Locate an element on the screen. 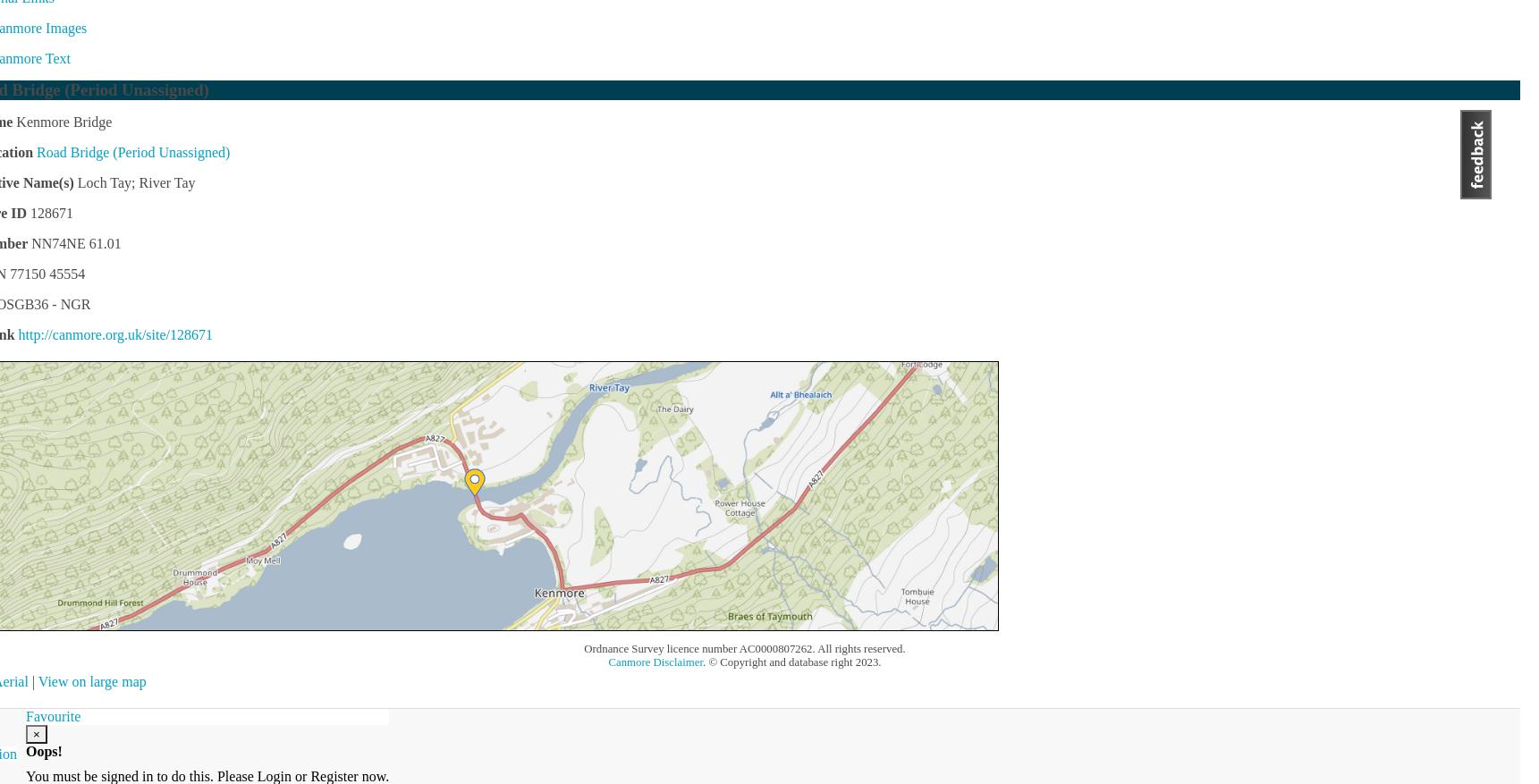 The image size is (1539, 784). 'Favourite' is located at coordinates (52, 714).